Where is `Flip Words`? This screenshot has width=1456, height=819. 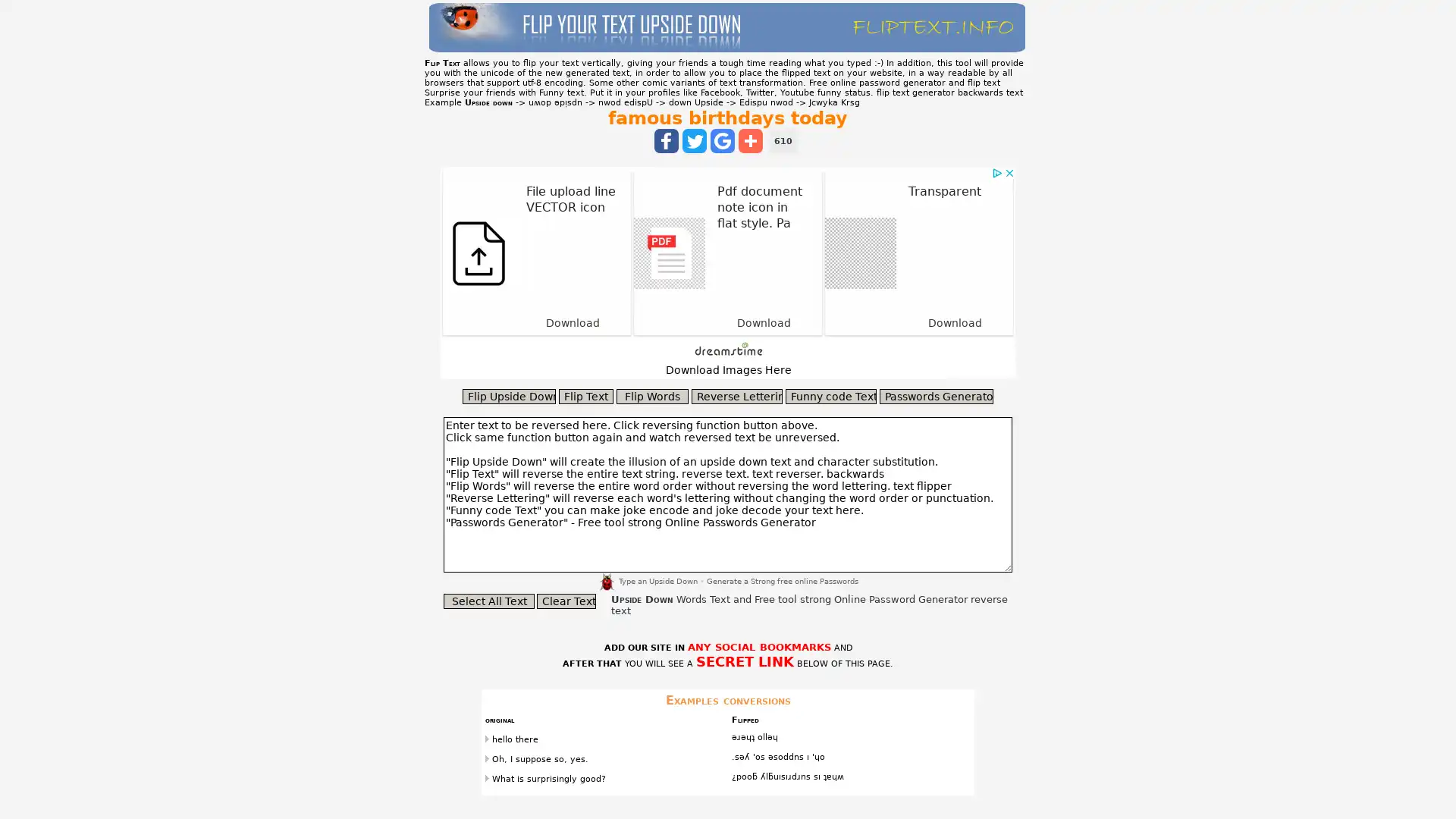
Flip Words is located at coordinates (652, 396).